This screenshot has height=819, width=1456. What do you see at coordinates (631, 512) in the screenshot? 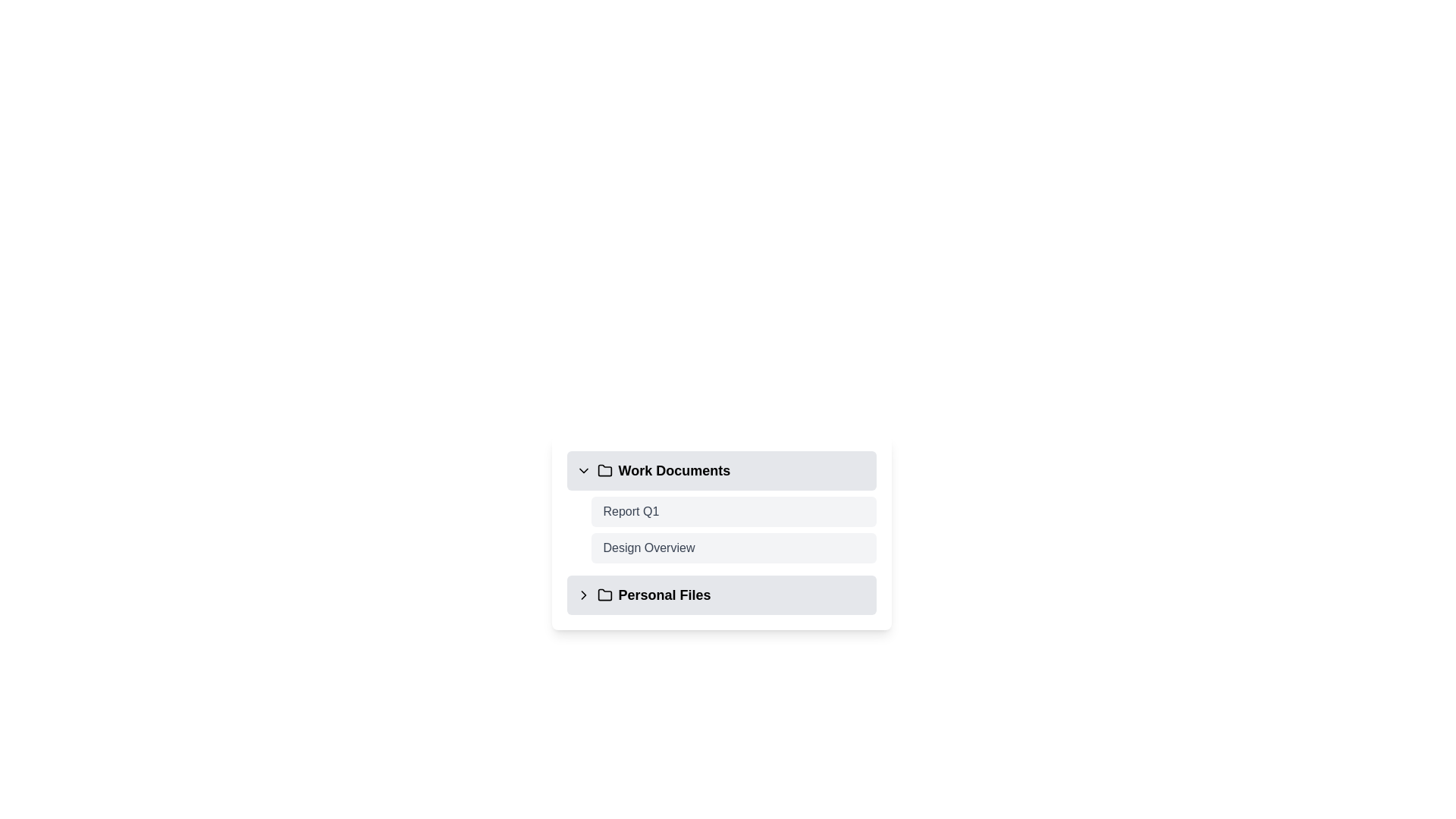
I see `the label titled 'Report Q1', which is the first item in the 'Work Documents' dropdown section` at bounding box center [631, 512].